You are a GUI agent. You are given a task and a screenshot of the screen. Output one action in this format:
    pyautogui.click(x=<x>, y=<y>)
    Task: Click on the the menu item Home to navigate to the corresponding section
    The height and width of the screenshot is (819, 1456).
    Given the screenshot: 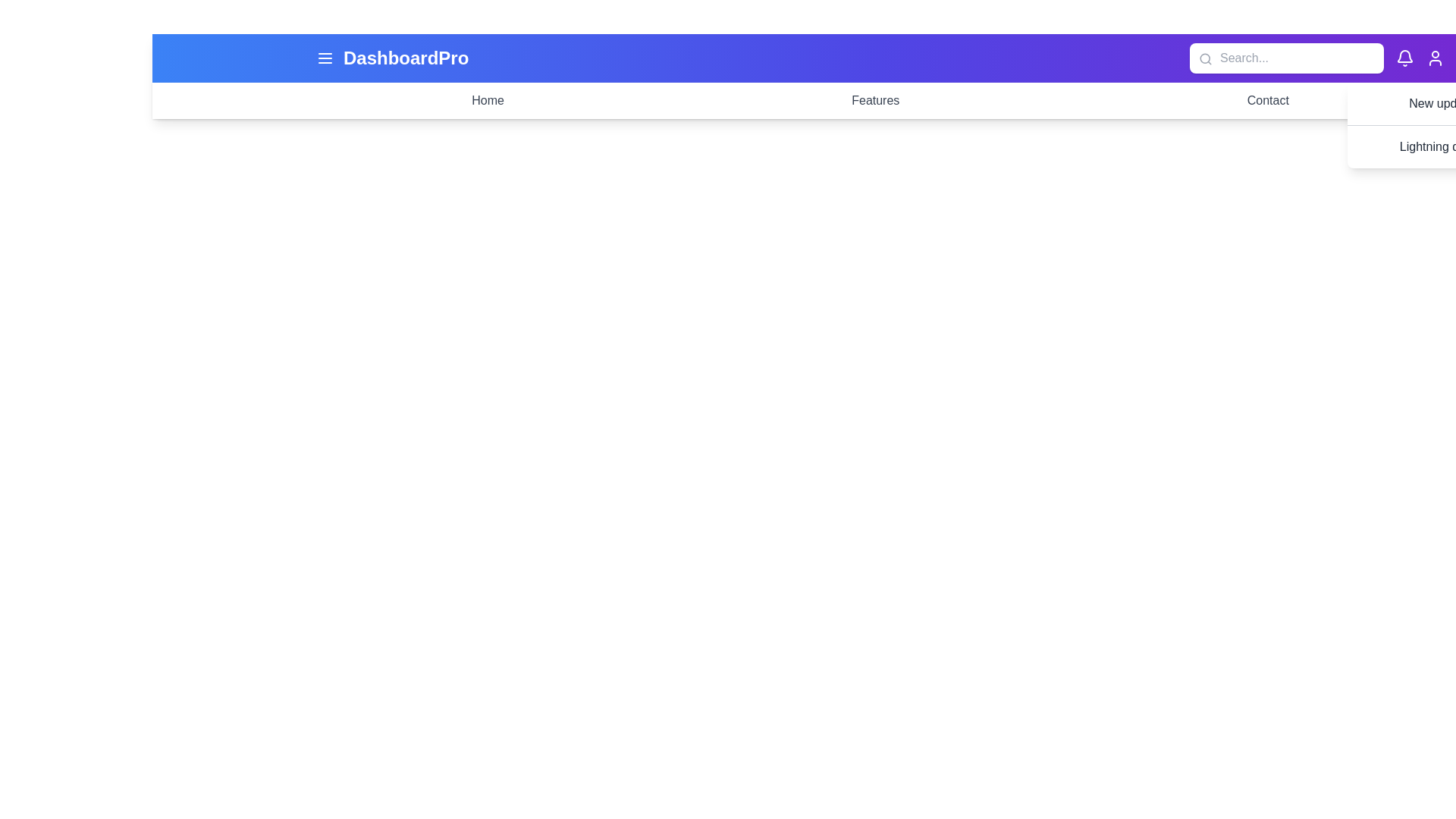 What is the action you would take?
    pyautogui.click(x=488, y=100)
    